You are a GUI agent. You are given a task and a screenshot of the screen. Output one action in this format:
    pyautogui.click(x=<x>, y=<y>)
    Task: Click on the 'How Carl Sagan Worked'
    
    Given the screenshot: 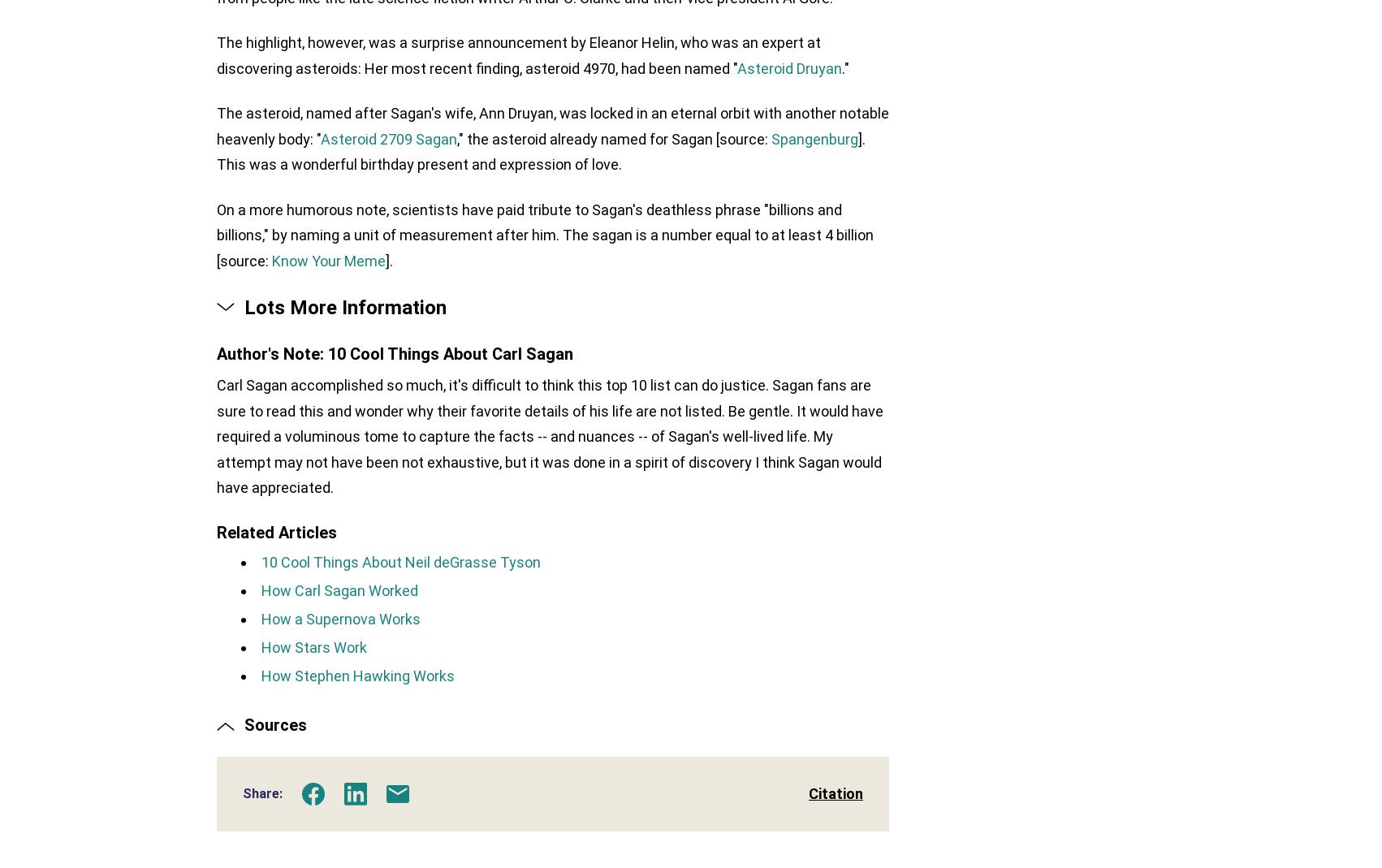 What is the action you would take?
    pyautogui.click(x=339, y=592)
    